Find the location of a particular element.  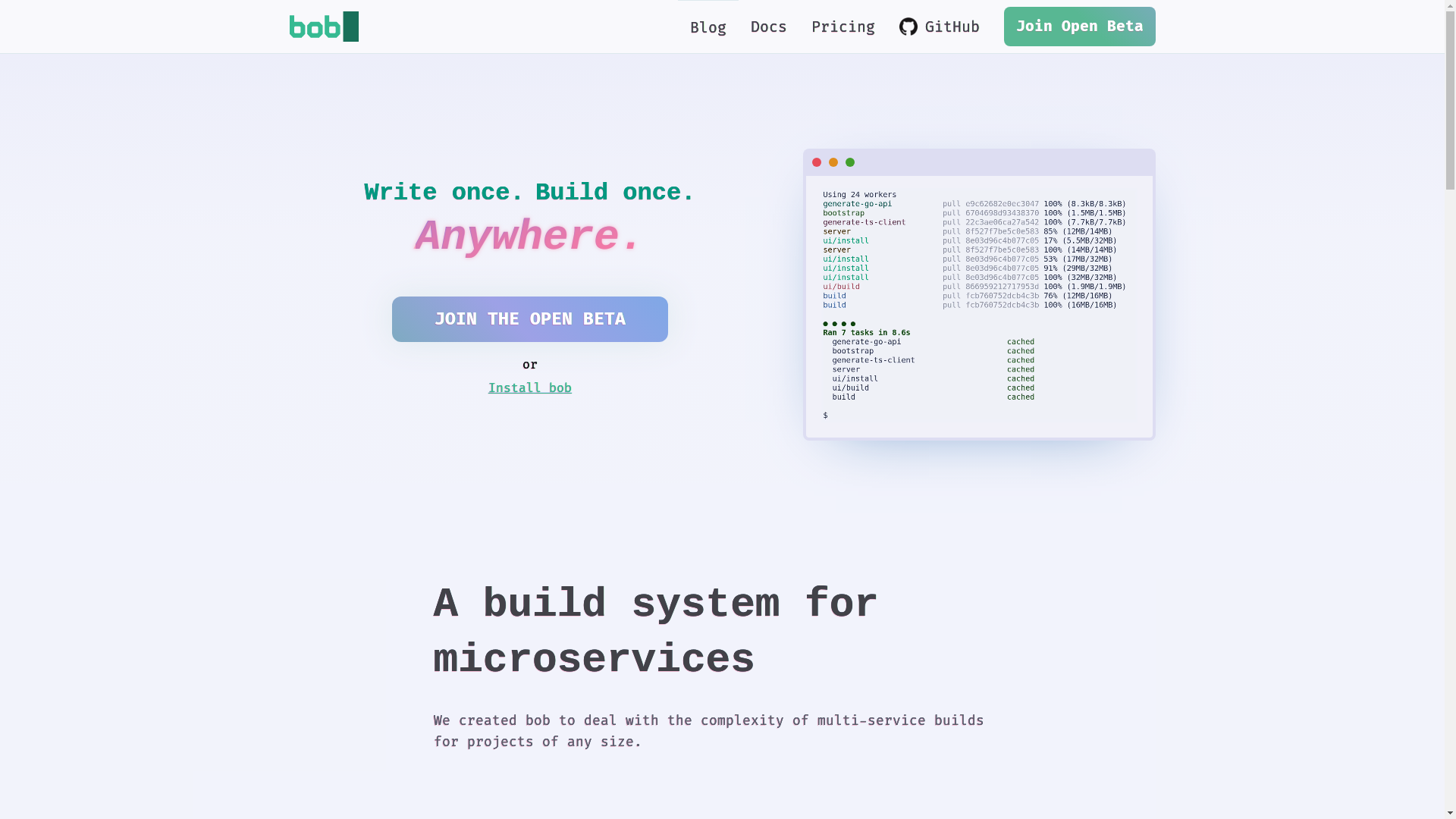

'Blog' is located at coordinates (708, 27).